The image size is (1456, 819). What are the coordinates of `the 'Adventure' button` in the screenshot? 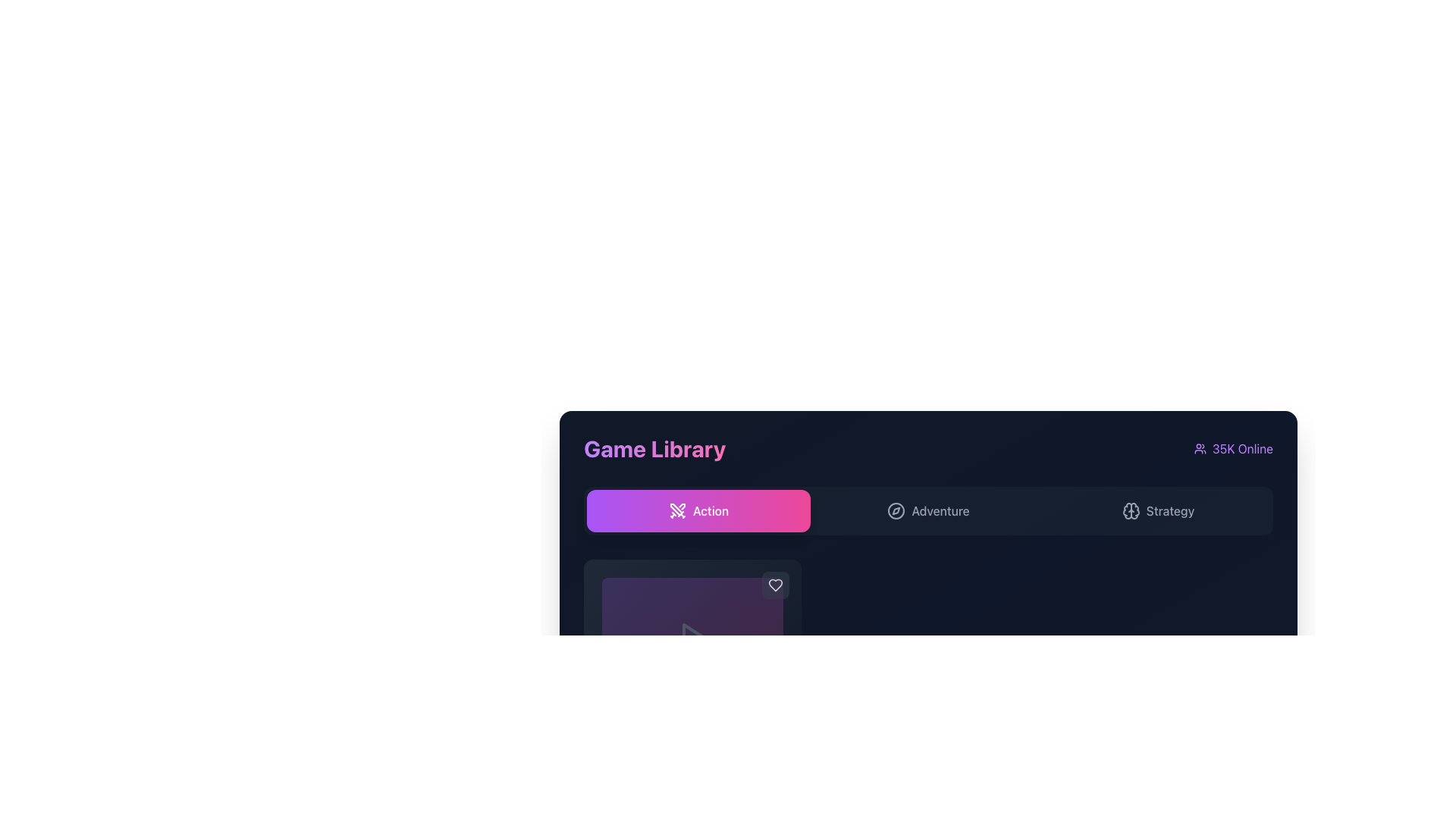 It's located at (927, 511).